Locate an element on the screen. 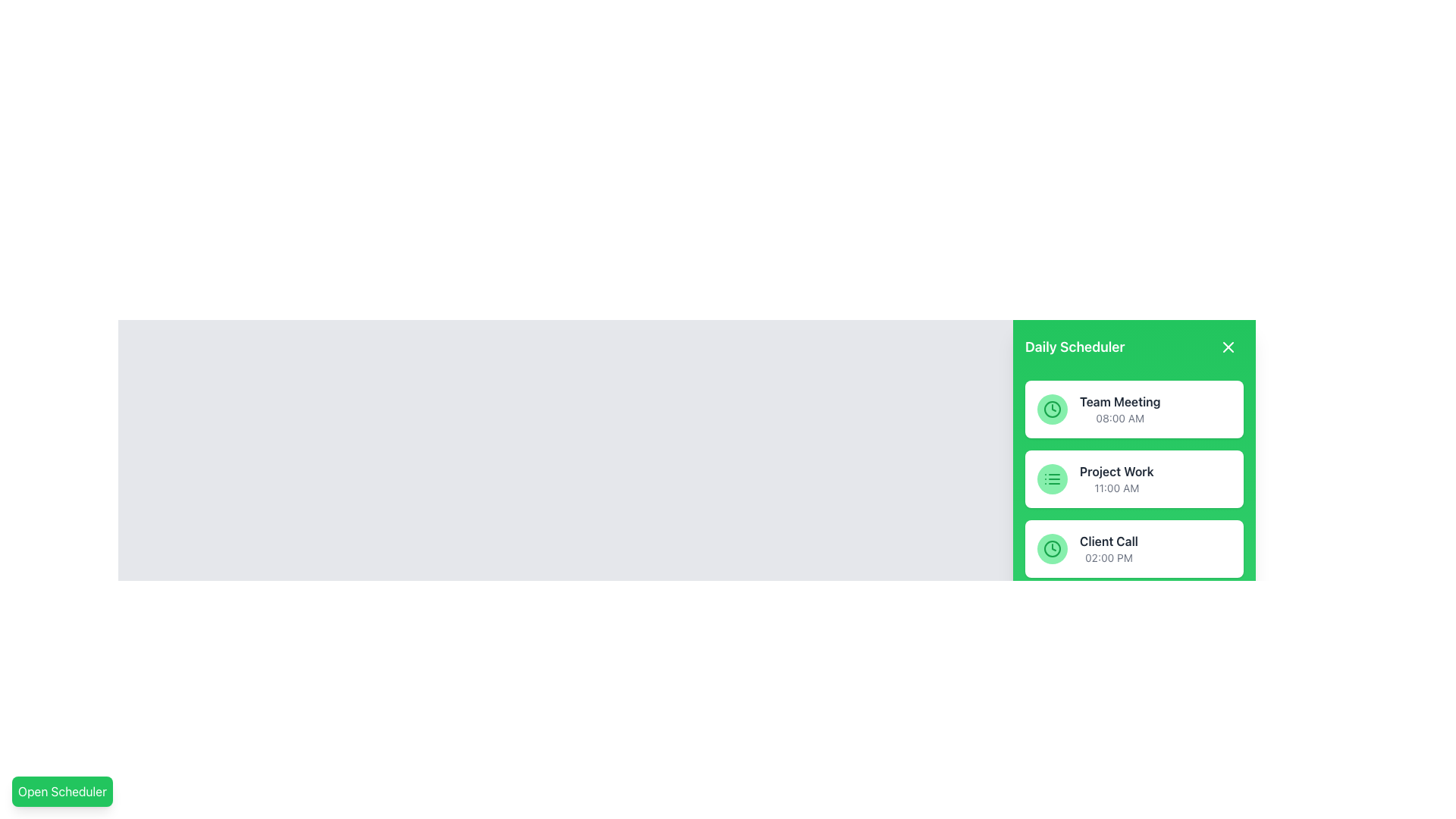 Image resolution: width=1456 pixels, height=819 pixels. the meaning of the clock icon located on the left side of the 'Client Call' card is located at coordinates (1051, 549).